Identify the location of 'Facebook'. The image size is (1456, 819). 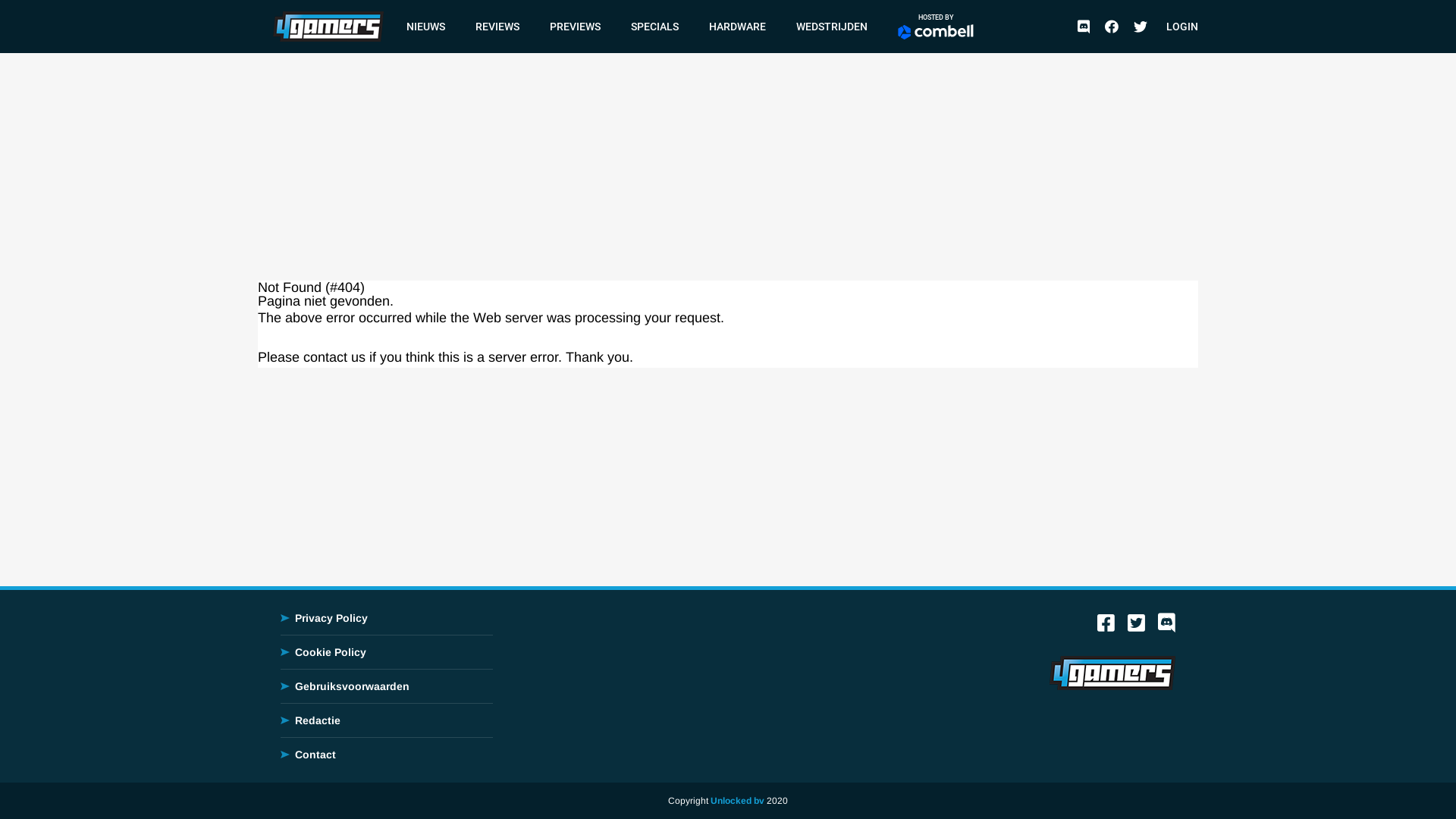
(1106, 626).